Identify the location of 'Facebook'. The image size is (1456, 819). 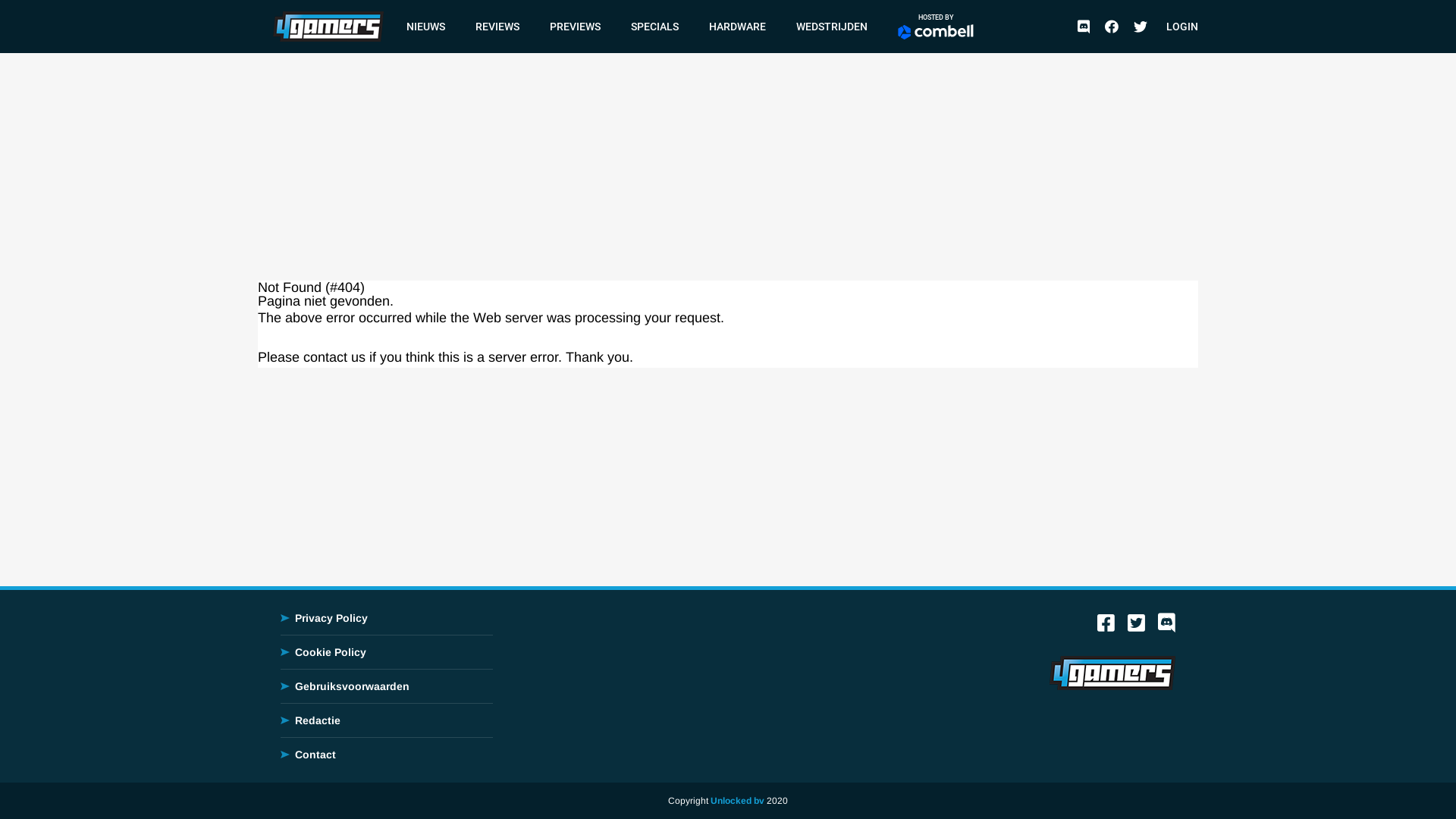
(1106, 626).